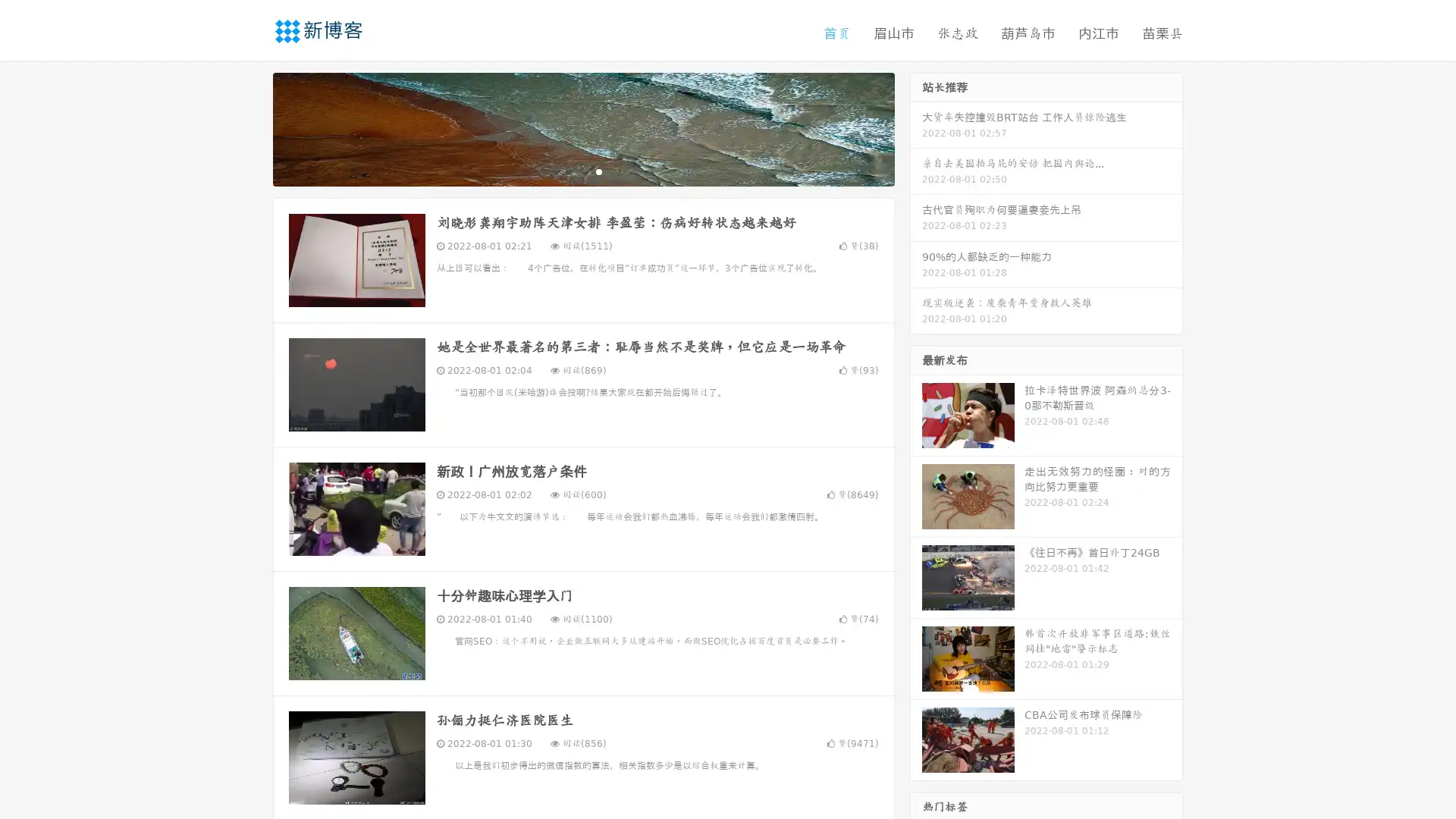  I want to click on Previous slide, so click(250, 127).